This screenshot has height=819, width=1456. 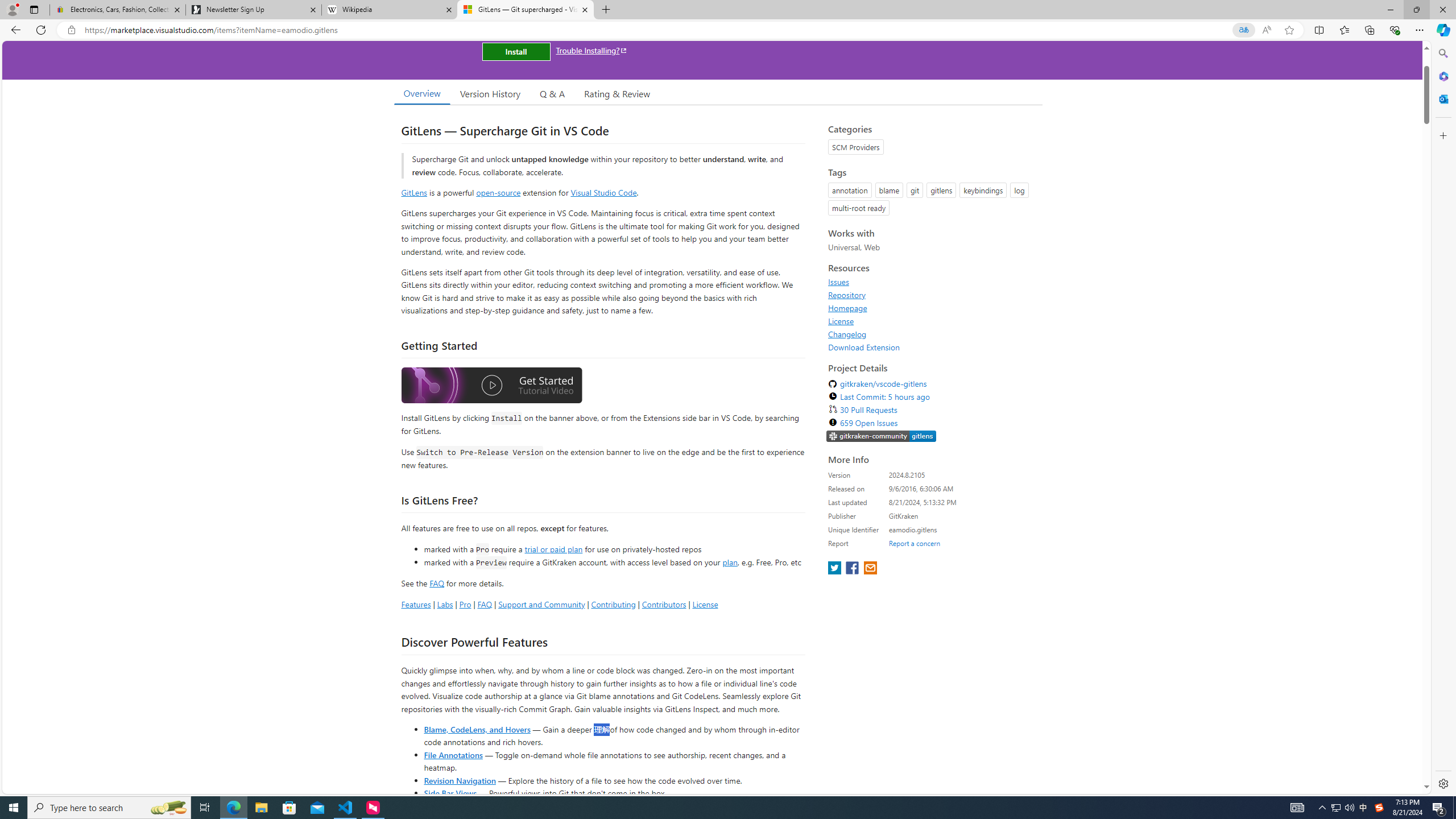 I want to click on 'Minimize', so click(x=1389, y=9).